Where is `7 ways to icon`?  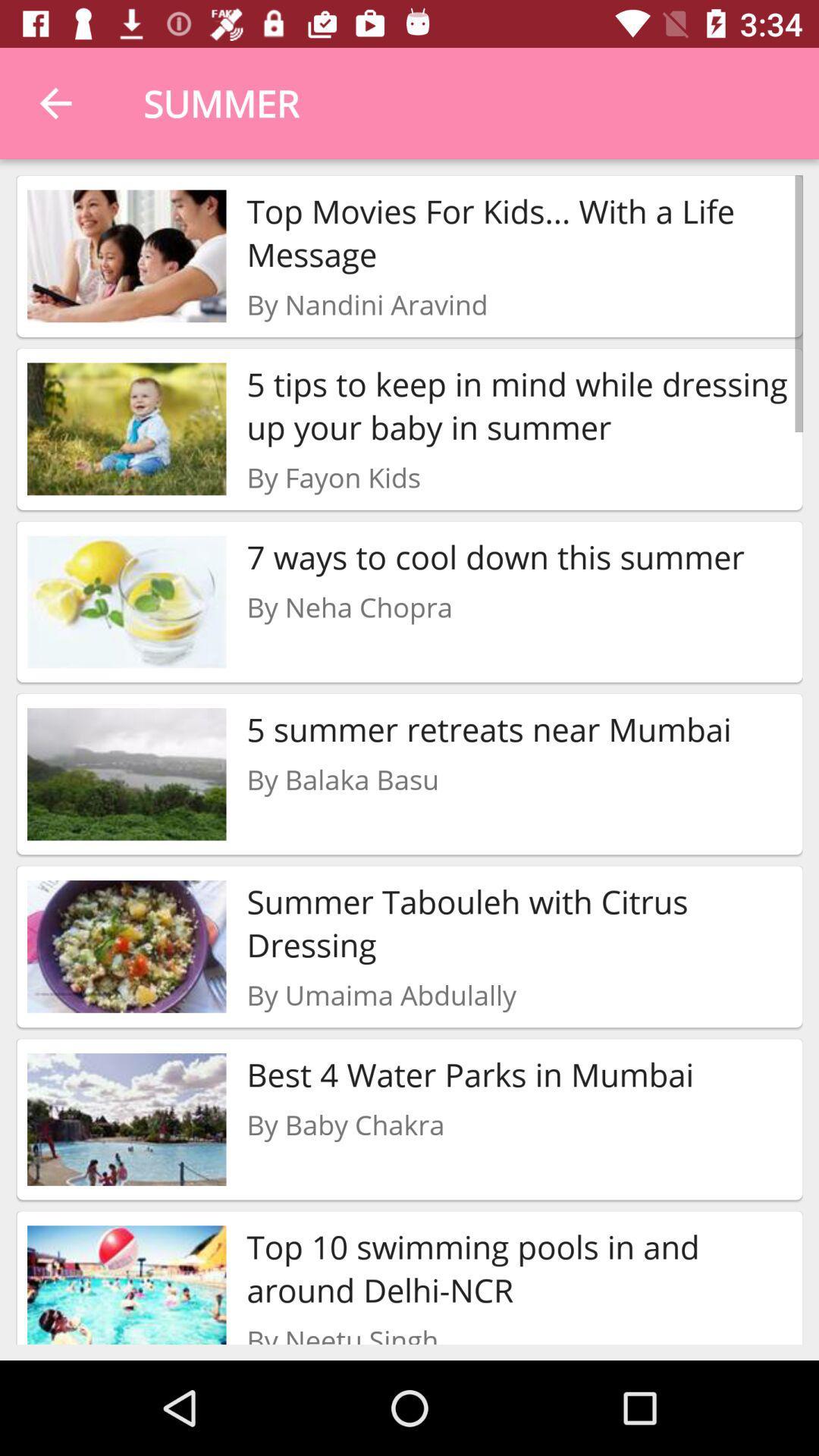 7 ways to icon is located at coordinates (495, 556).